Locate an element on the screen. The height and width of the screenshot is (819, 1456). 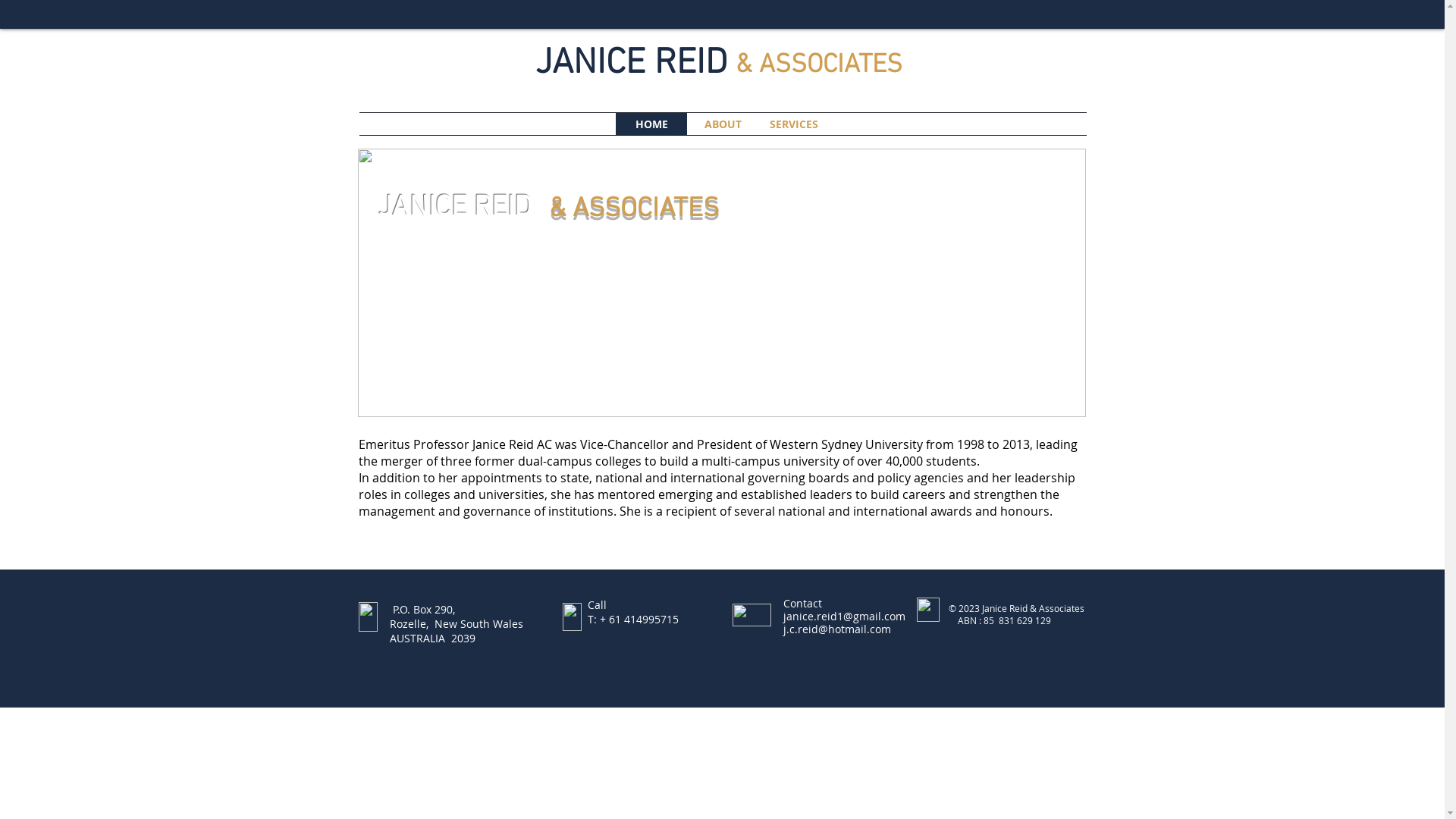
'j.c.reid@hotmail.com' is located at coordinates (836, 629).